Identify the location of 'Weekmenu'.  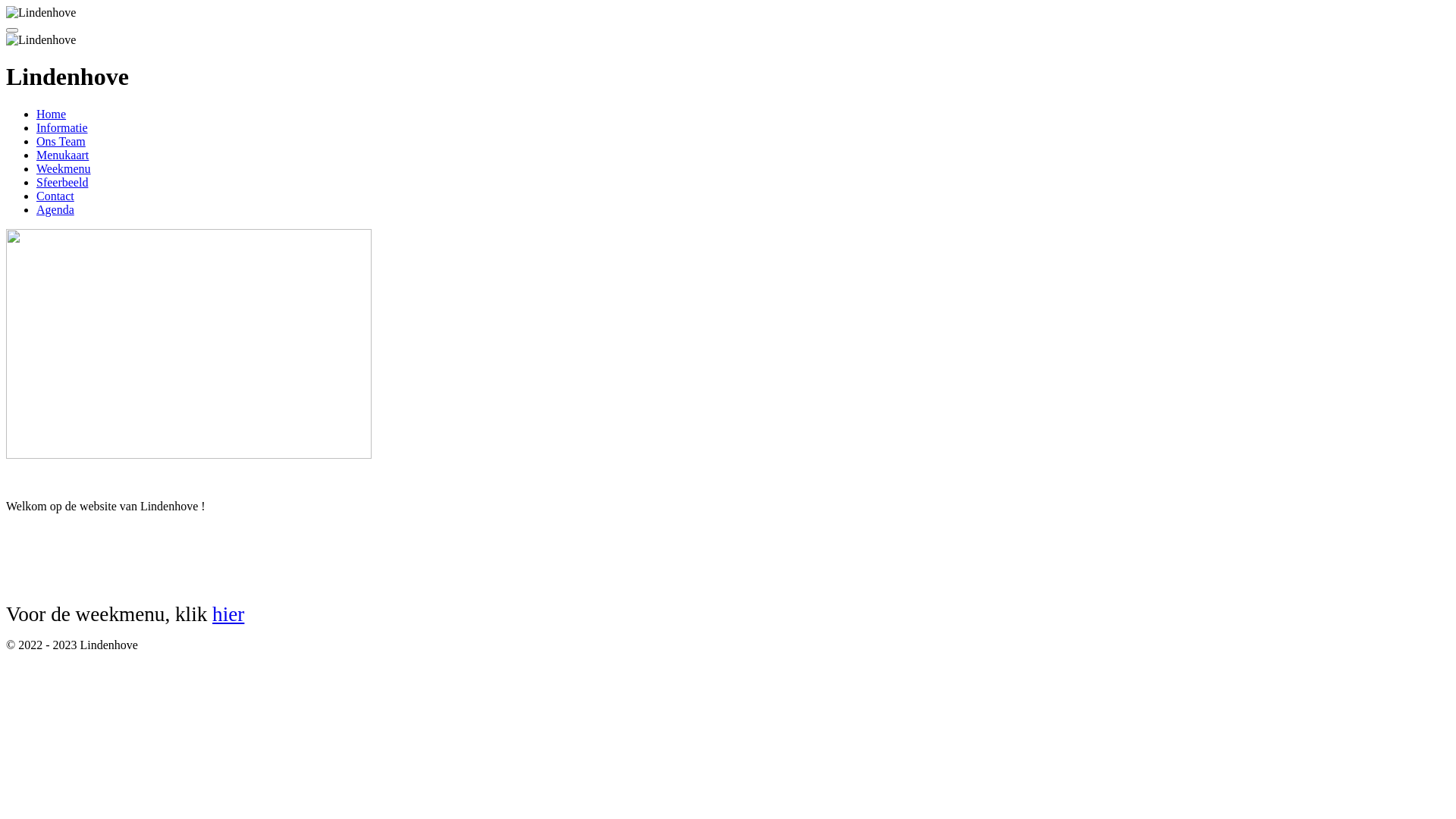
(62, 168).